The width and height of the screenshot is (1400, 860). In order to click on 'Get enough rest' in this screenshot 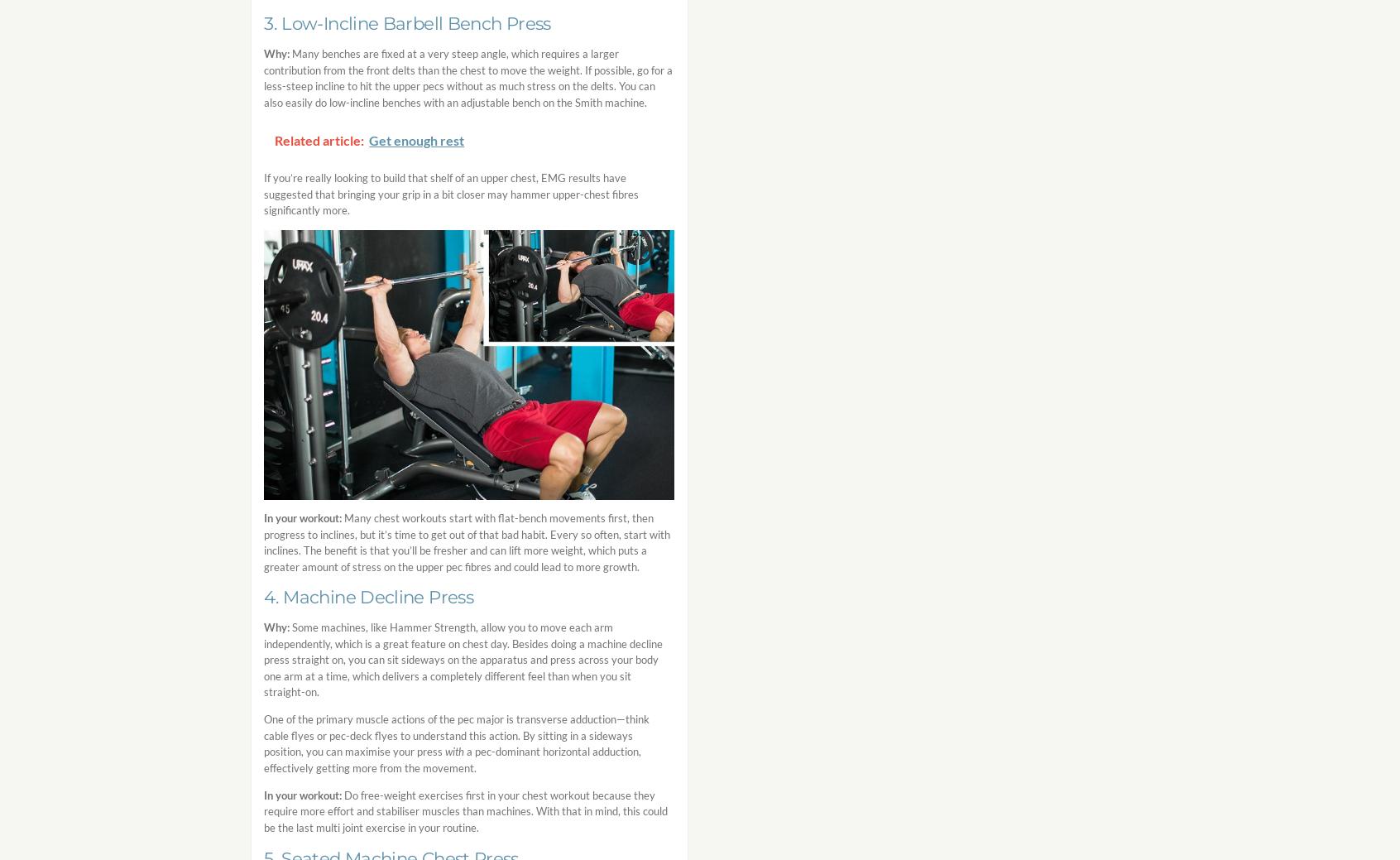, I will do `click(416, 139)`.